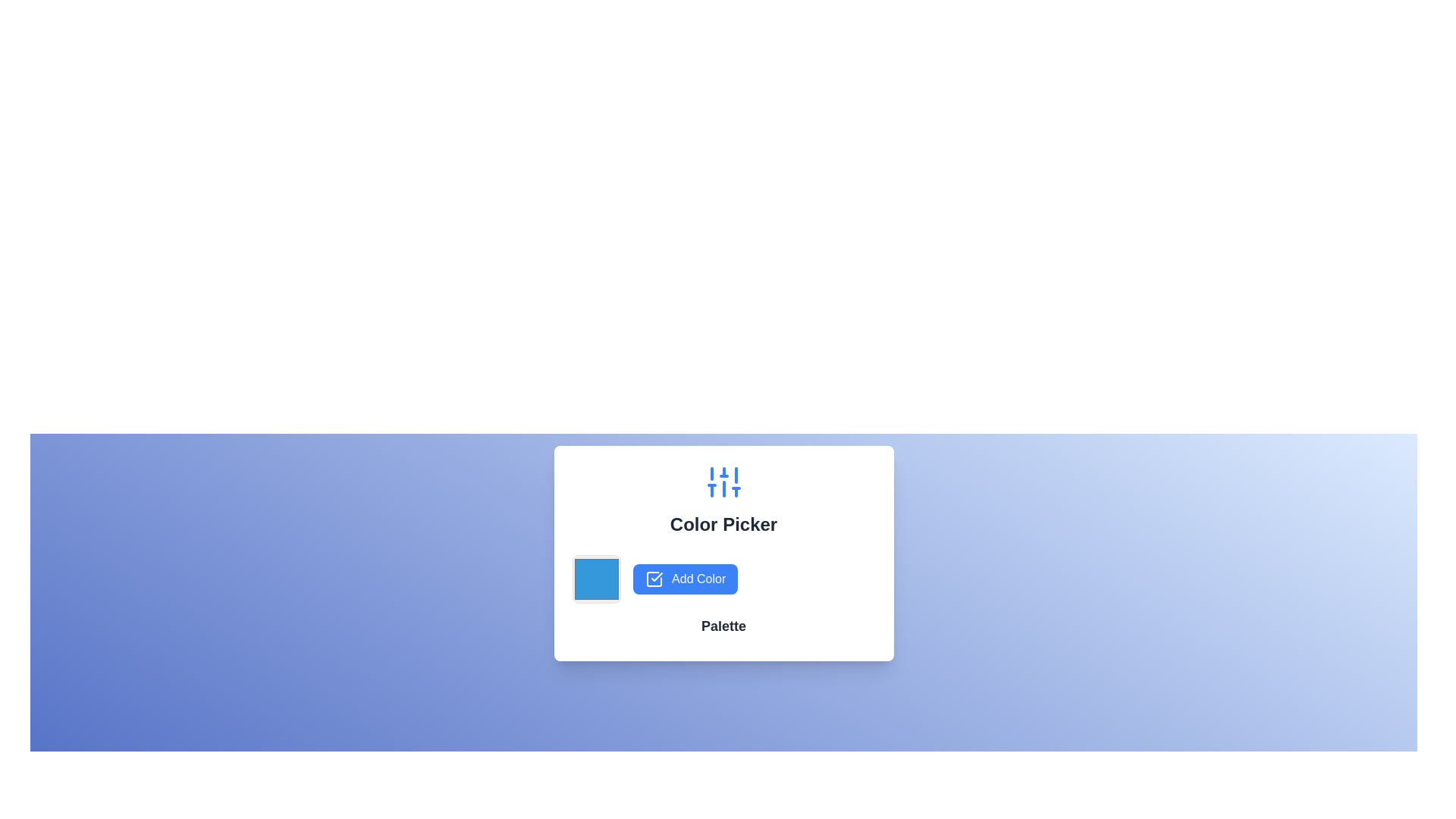 The height and width of the screenshot is (819, 1456). Describe the element at coordinates (684, 579) in the screenshot. I see `the 'Add Color' button with a blue background and white text for keyboard navigation` at that location.